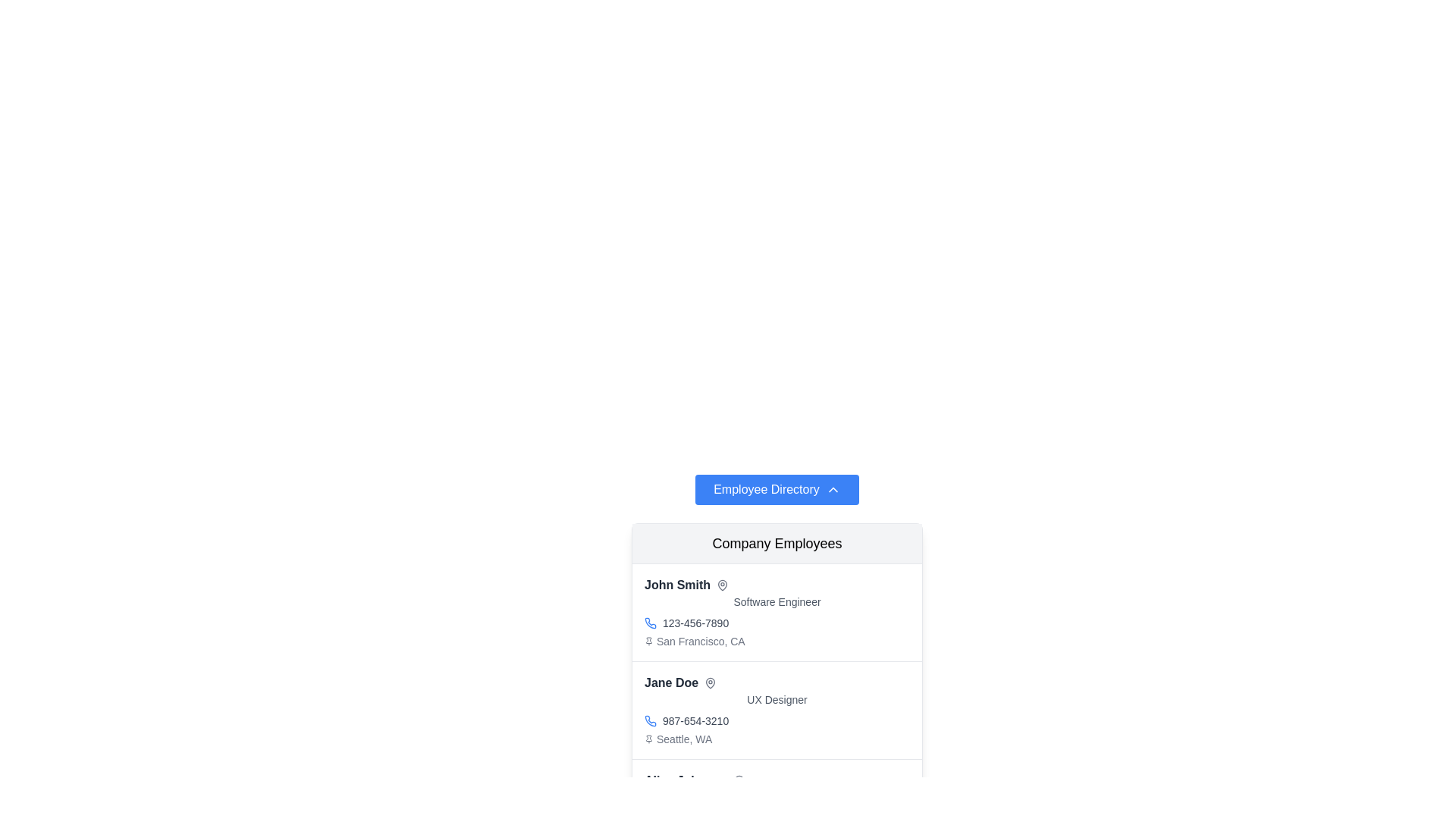 This screenshot has height=819, width=1456. What do you see at coordinates (695, 720) in the screenshot?
I see `the text display element that shows the phone number of 'Jane Doe', located under her entry in the employee directory and beside a blue phone icon` at bounding box center [695, 720].